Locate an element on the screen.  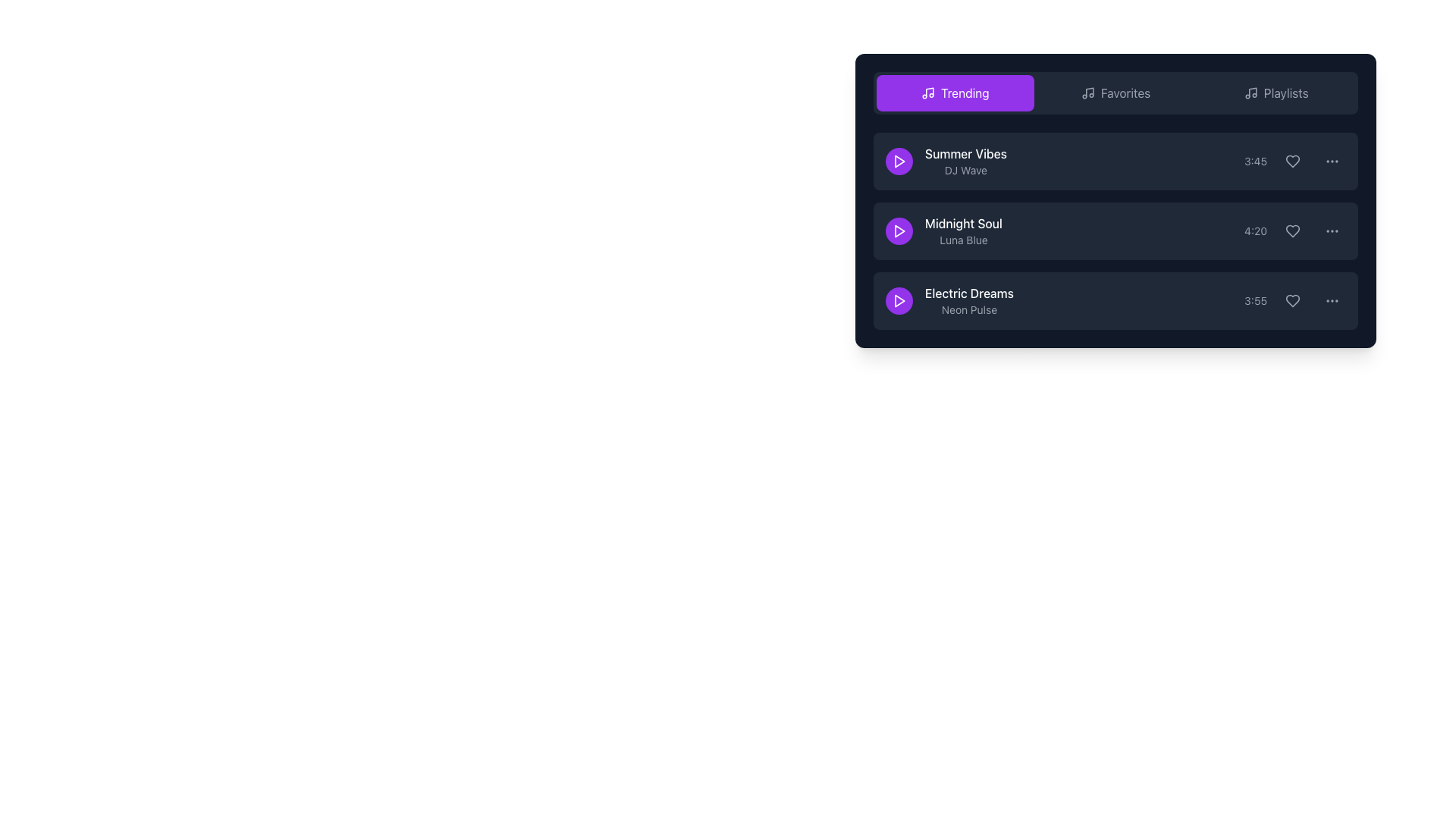
the text label that serves as a subtitle or supplementary information for the main title 'Midnight Soul', located in the second row of the list directly below the main title is located at coordinates (963, 239).